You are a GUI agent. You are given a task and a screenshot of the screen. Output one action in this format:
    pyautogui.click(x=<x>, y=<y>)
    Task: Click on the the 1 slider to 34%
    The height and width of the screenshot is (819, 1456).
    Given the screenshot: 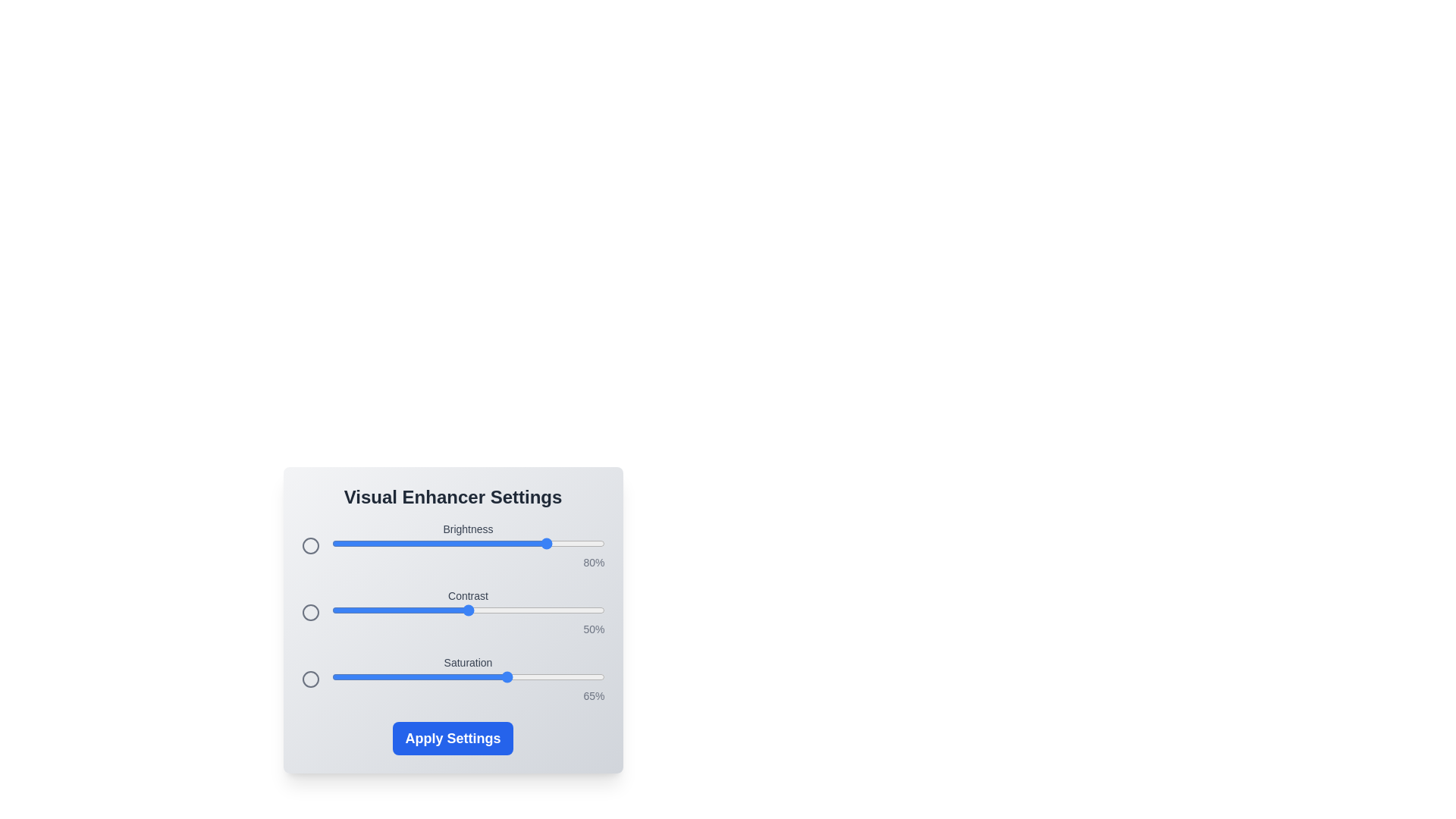 What is the action you would take?
    pyautogui.click(x=424, y=610)
    